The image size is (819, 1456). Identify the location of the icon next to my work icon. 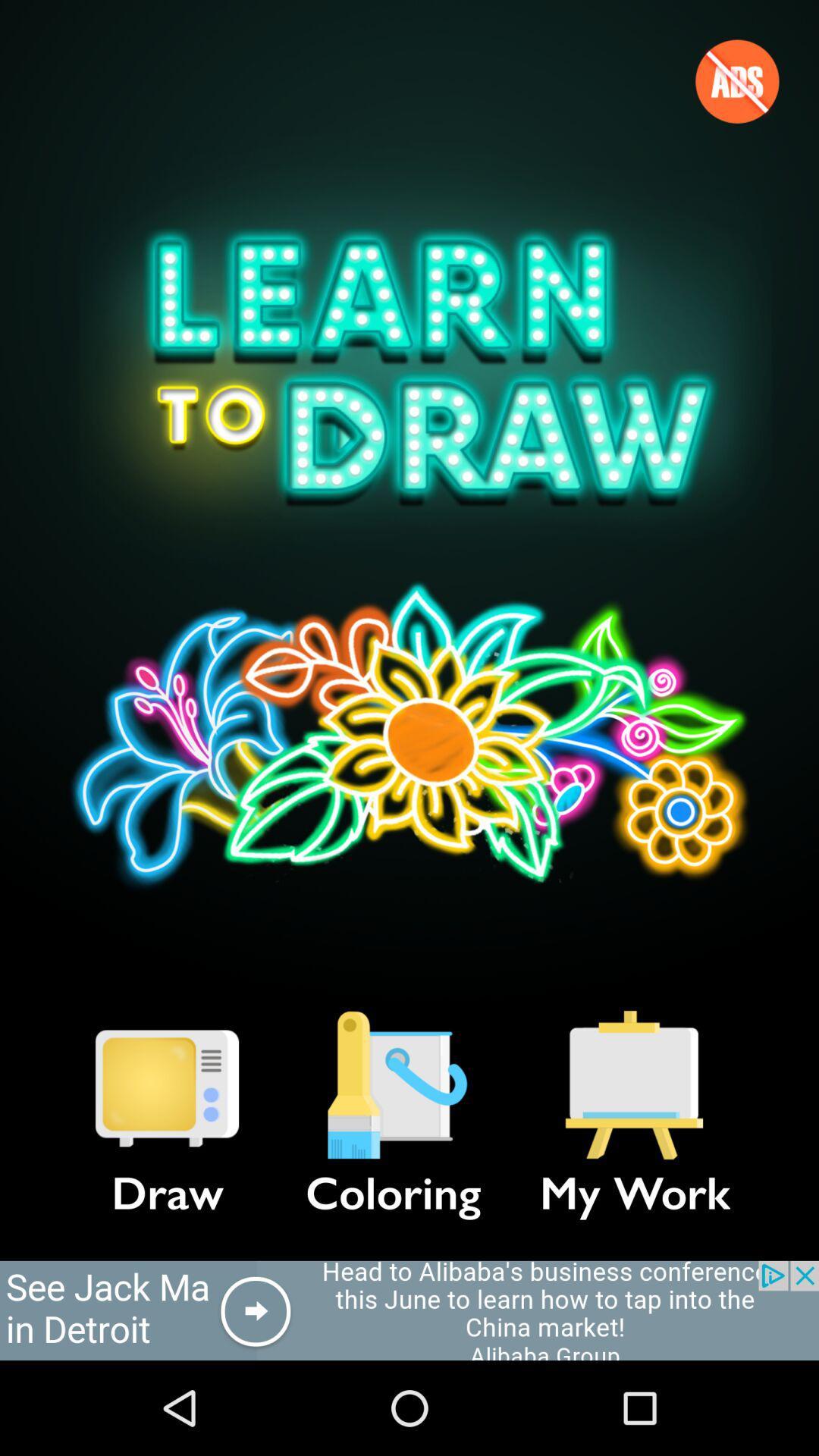
(393, 1084).